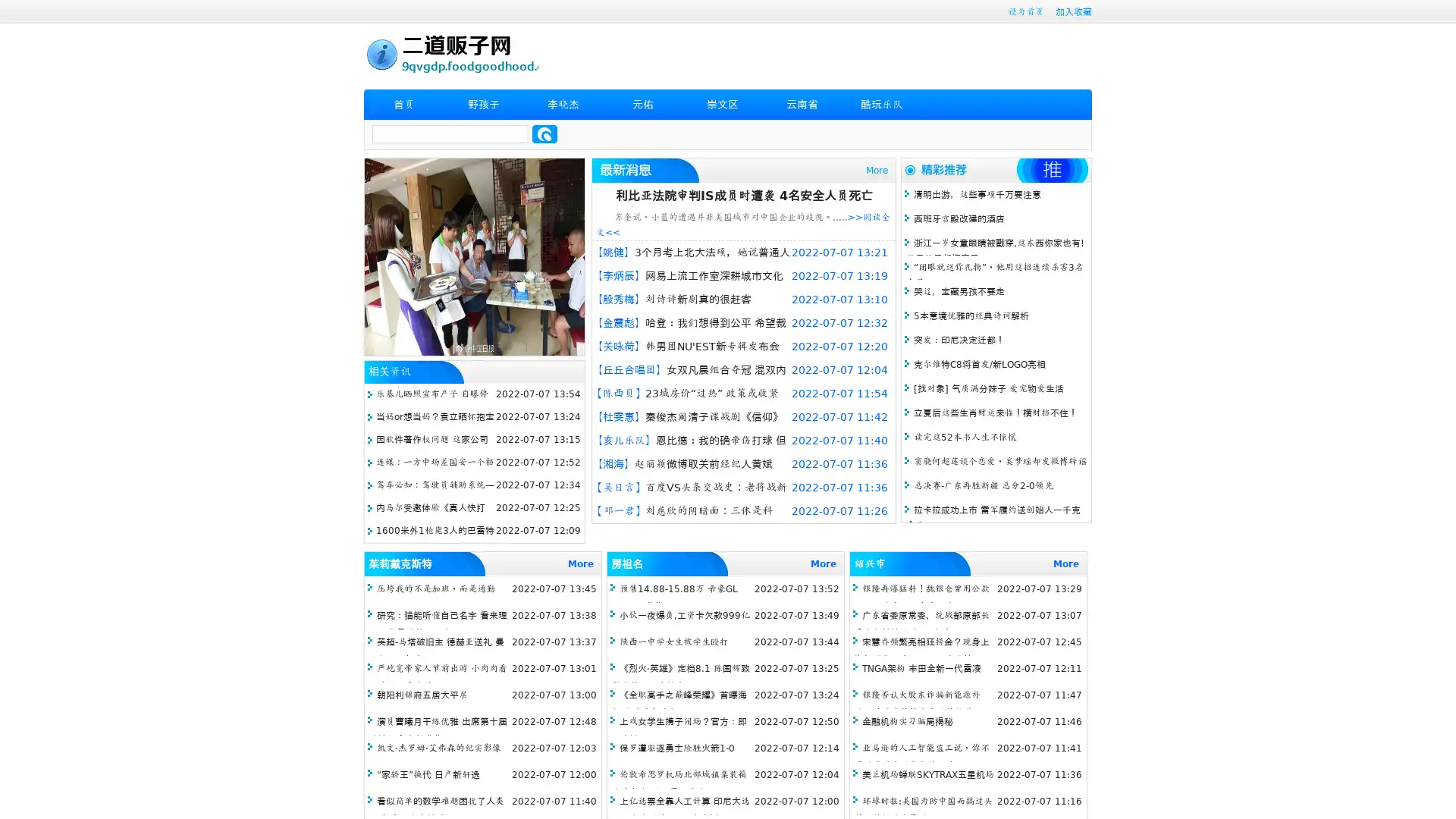 Image resolution: width=1456 pixels, height=819 pixels. I want to click on Search, so click(544, 133).